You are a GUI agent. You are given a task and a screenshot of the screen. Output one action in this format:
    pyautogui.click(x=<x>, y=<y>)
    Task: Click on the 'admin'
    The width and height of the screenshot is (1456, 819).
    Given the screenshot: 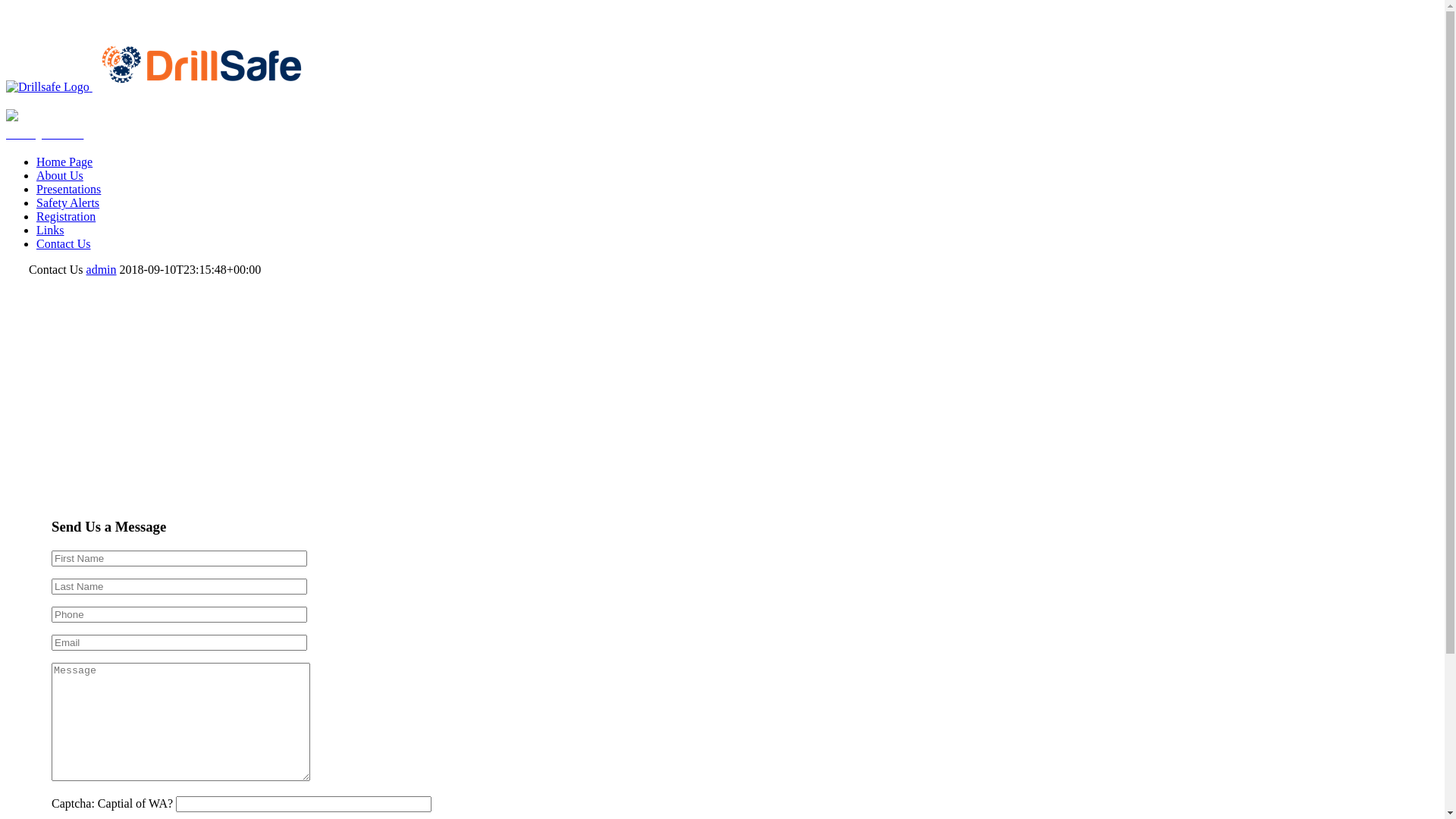 What is the action you would take?
    pyautogui.click(x=86, y=268)
    